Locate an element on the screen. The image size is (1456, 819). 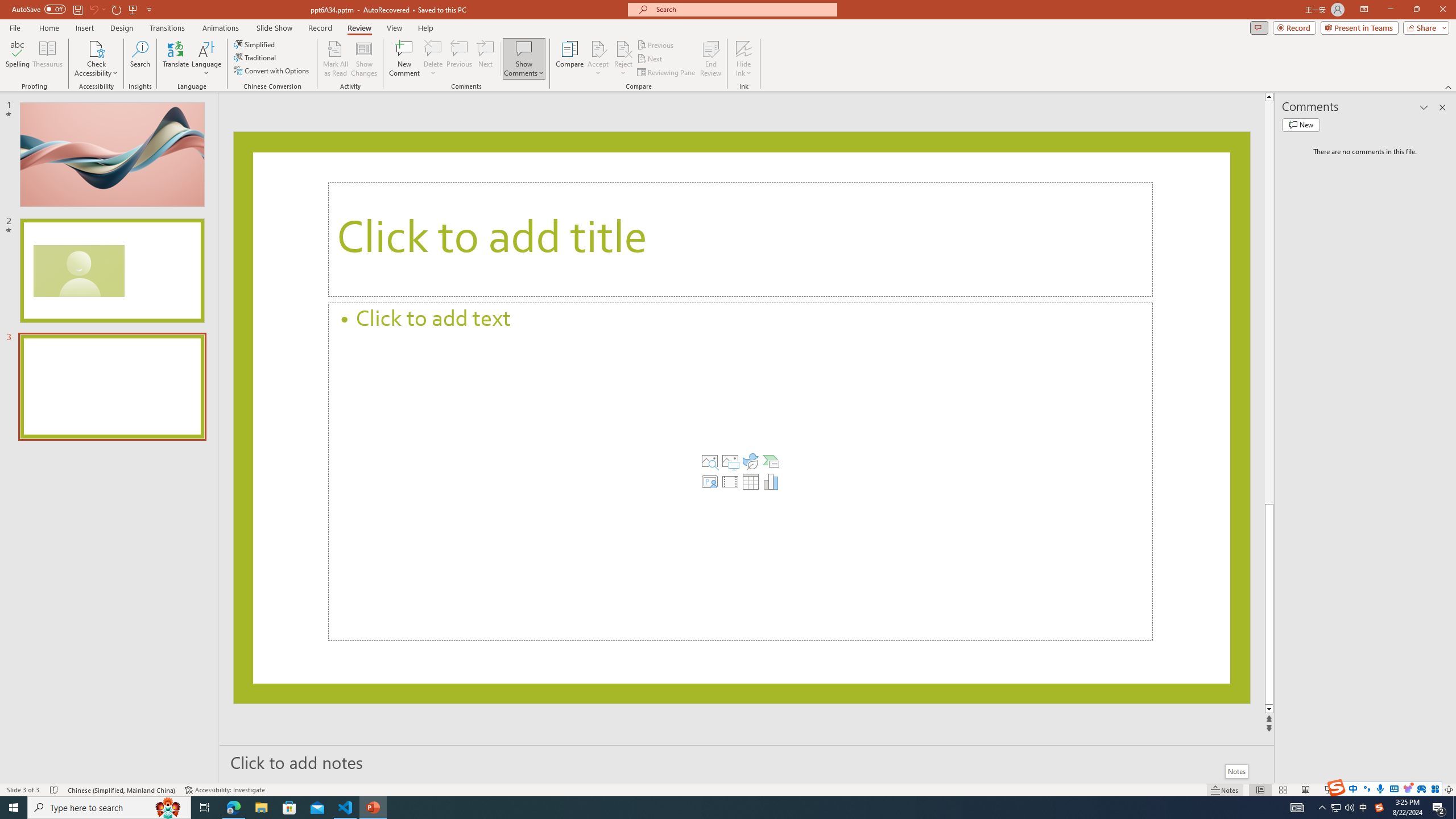
'Accept' is located at coordinates (598, 59).